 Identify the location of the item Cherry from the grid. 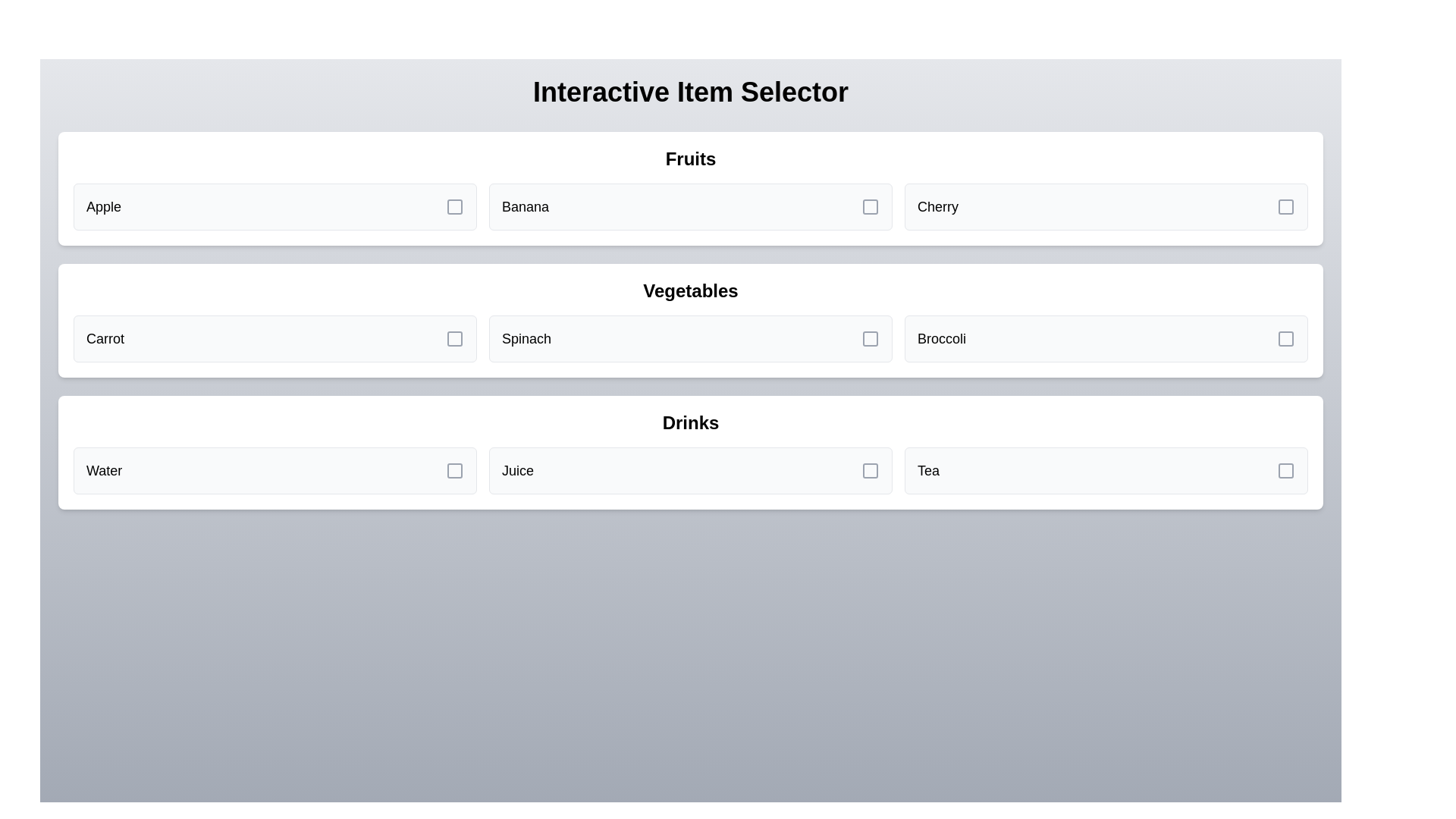
(1106, 207).